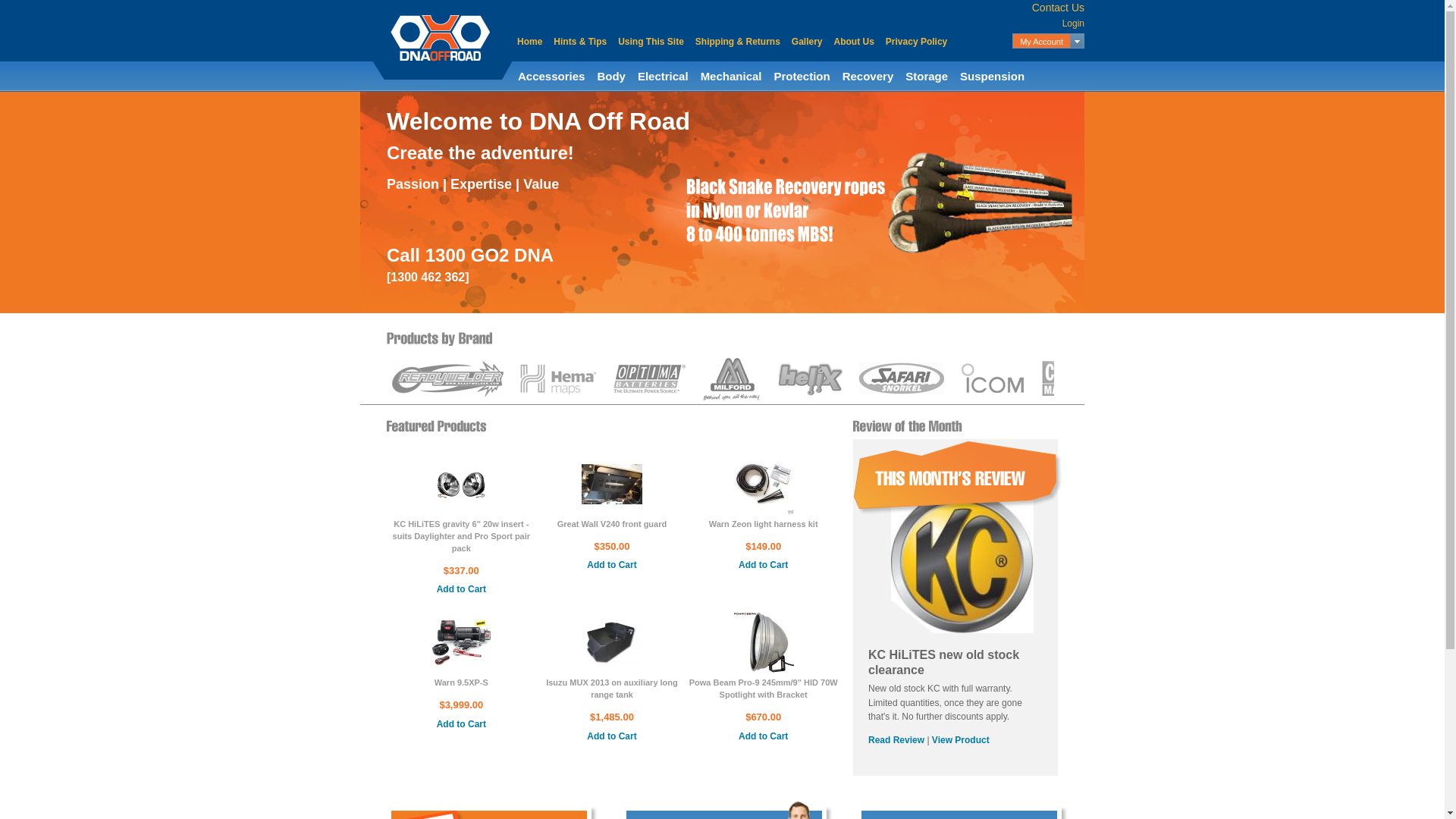 The width and height of the screenshot is (1456, 819). Describe the element at coordinates (915, 40) in the screenshot. I see `'Privacy Policy'` at that location.